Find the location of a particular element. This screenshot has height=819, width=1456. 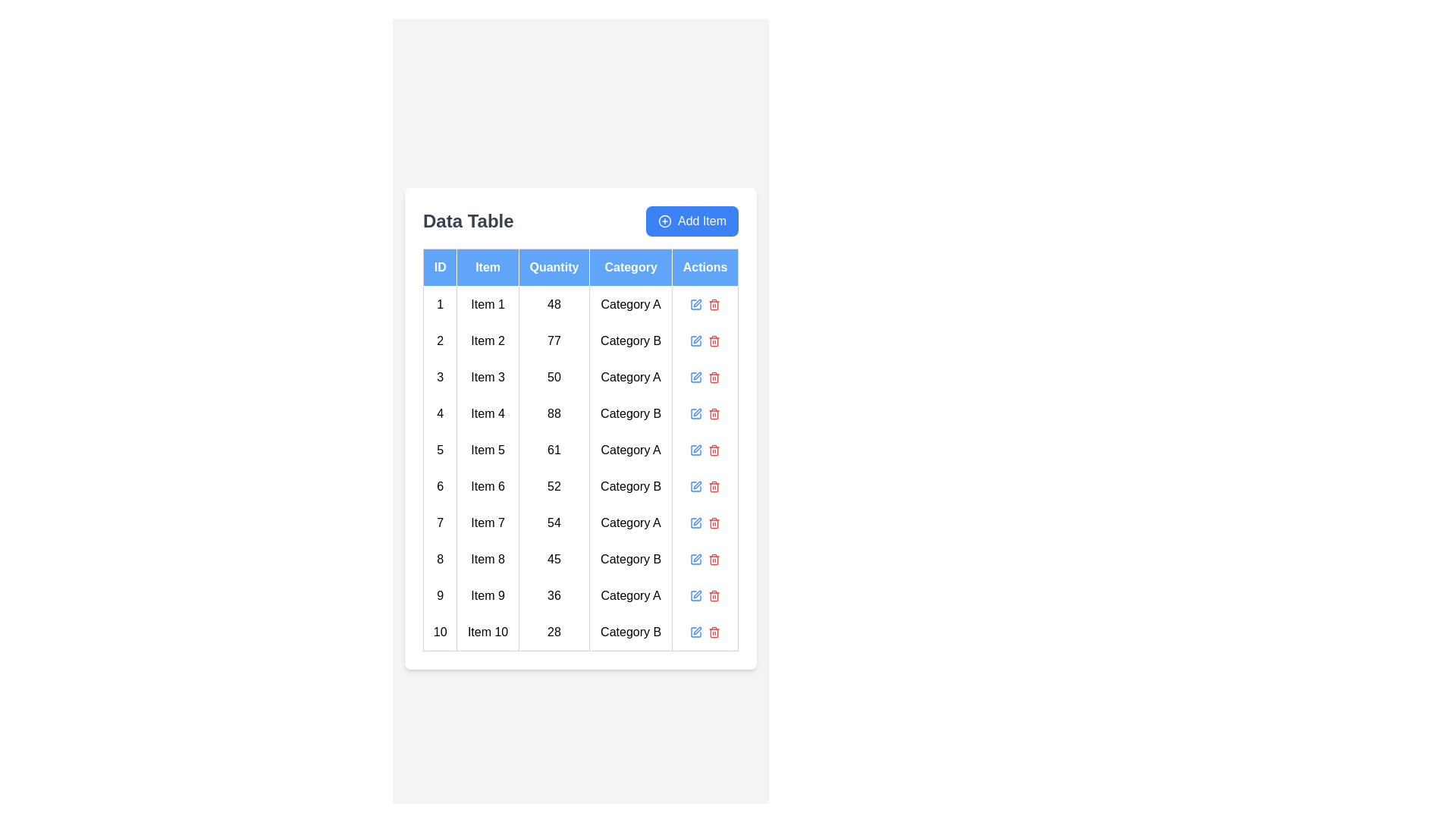

the 'Add Item' button located at the top right corner of the interface is located at coordinates (665, 221).